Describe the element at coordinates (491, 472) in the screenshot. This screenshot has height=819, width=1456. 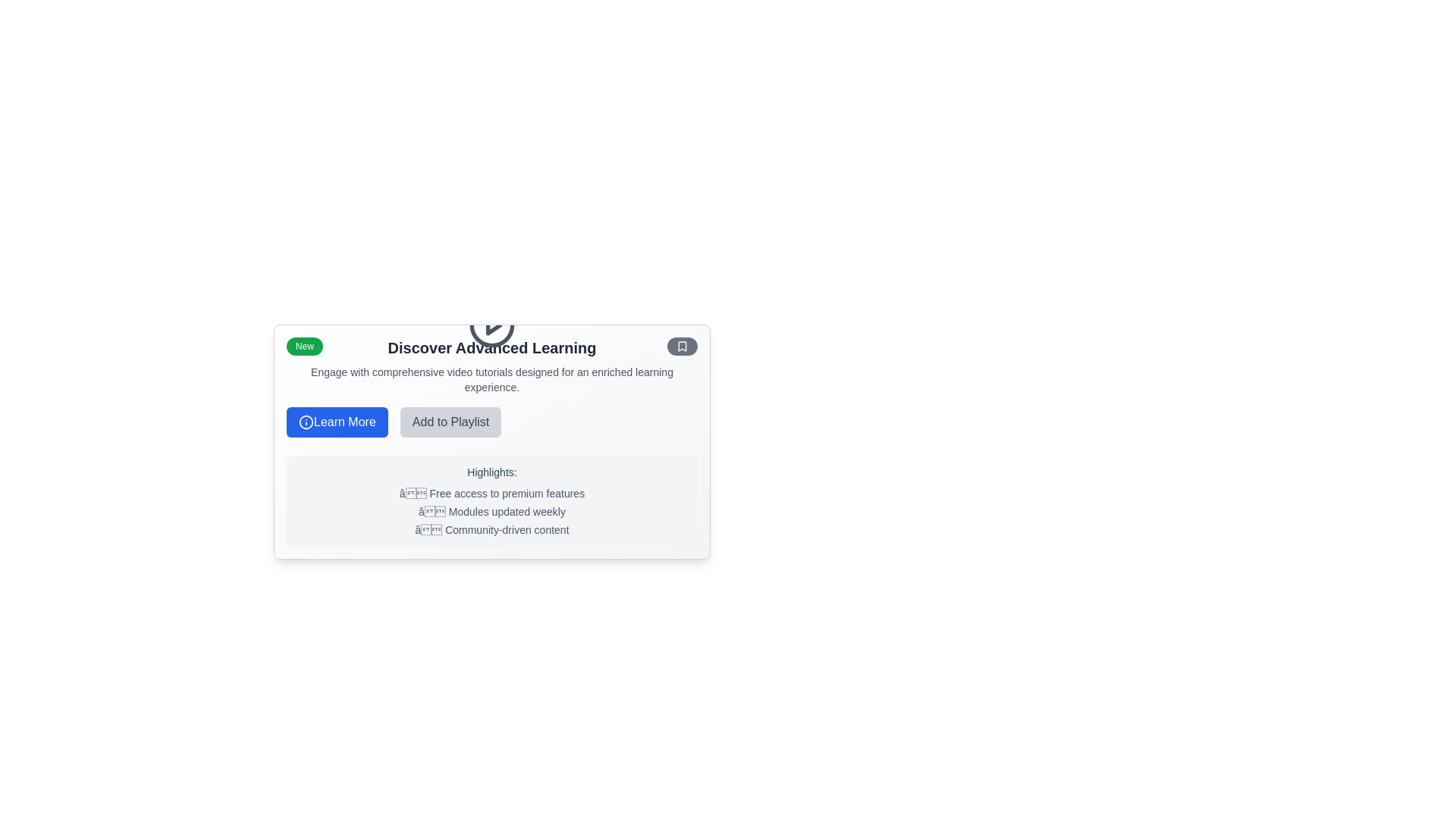
I see `the text label 'Highlights:' which is styled in a small, bold font and positioned at the top of a section displaying additional features` at that location.